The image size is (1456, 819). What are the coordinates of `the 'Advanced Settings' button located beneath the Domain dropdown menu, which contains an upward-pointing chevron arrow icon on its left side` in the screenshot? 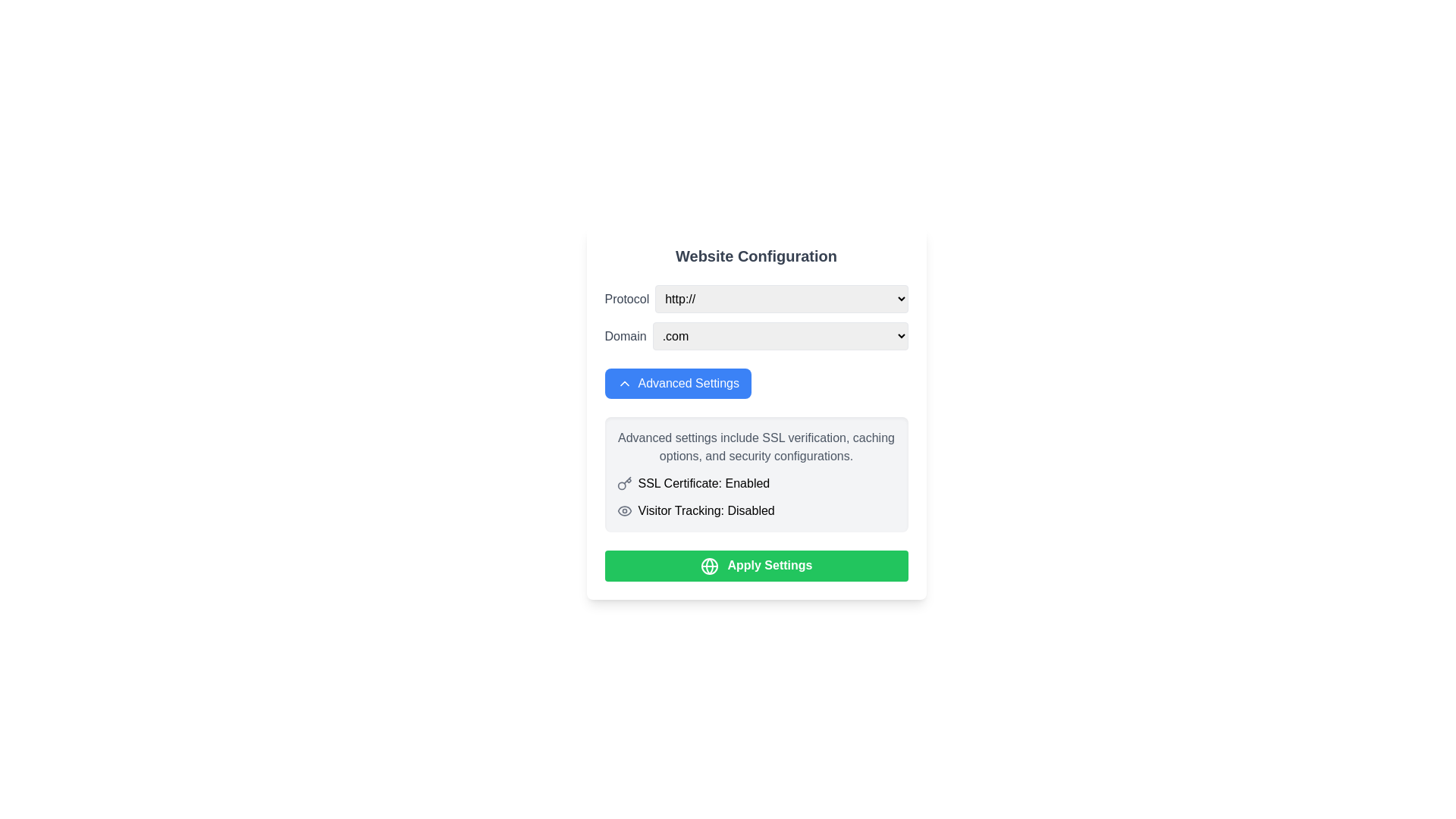 It's located at (624, 382).